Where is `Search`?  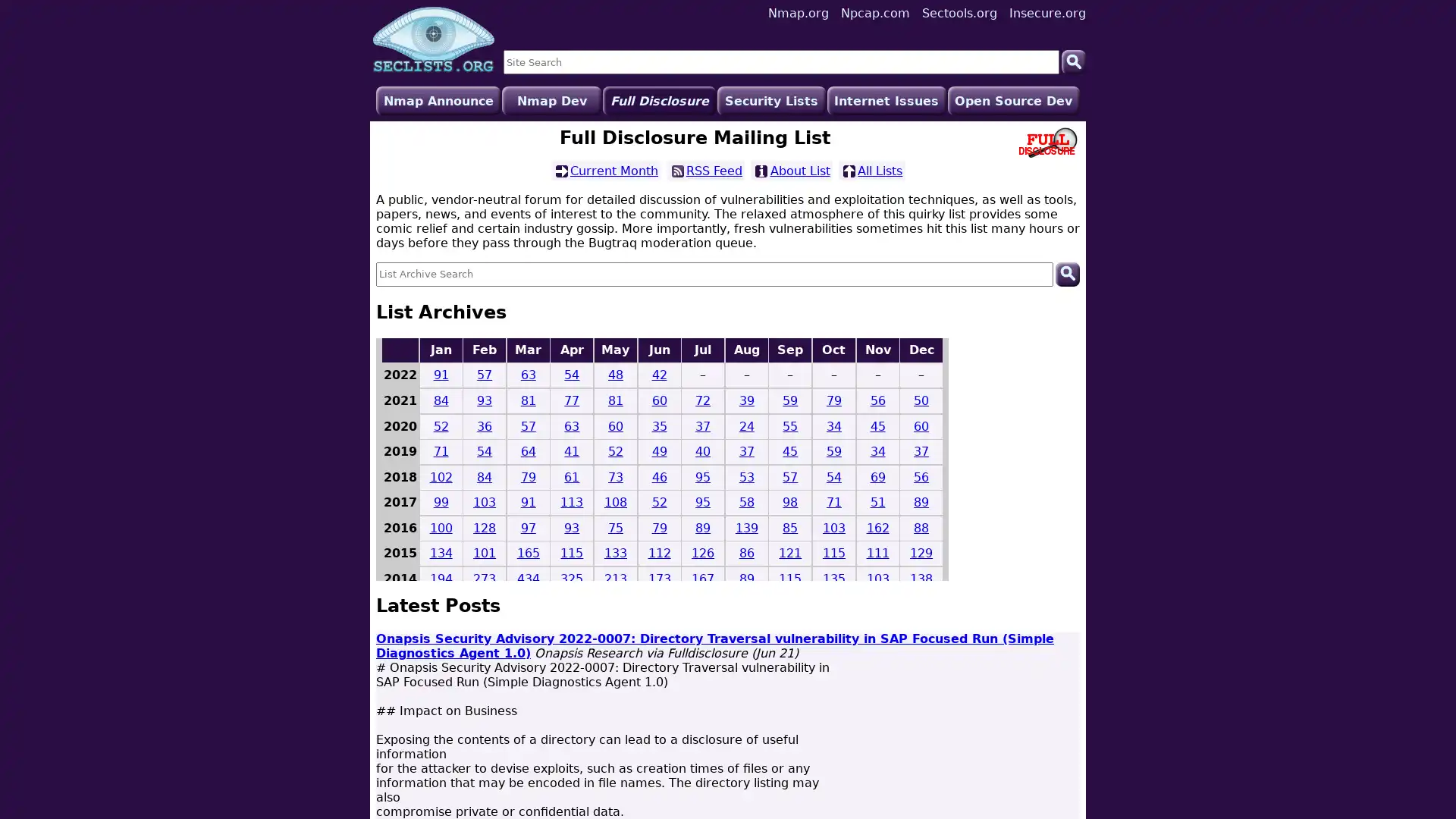 Search is located at coordinates (1073, 61).